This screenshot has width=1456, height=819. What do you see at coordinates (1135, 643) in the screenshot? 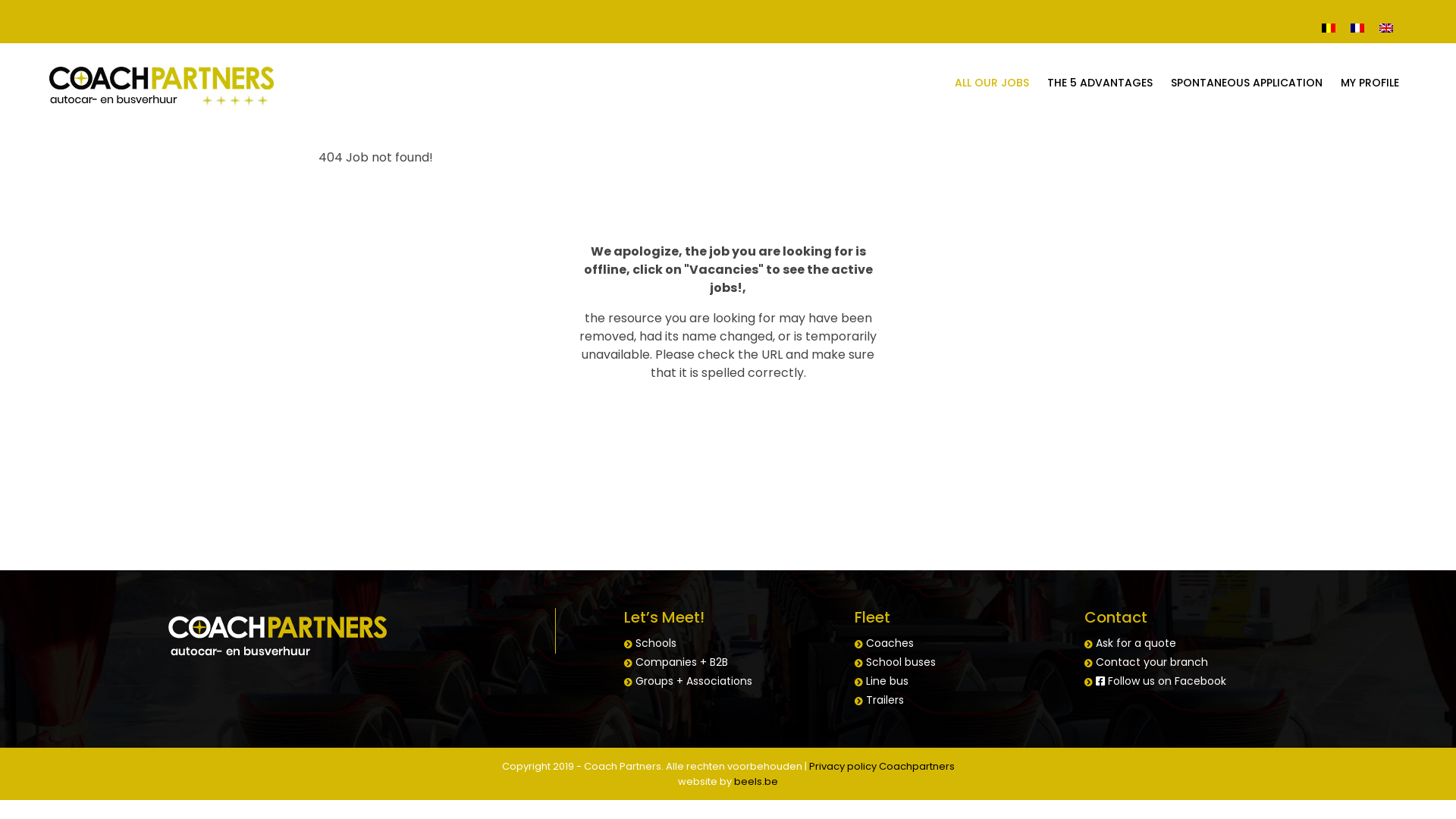
I see `'Ask for a quote'` at bounding box center [1135, 643].